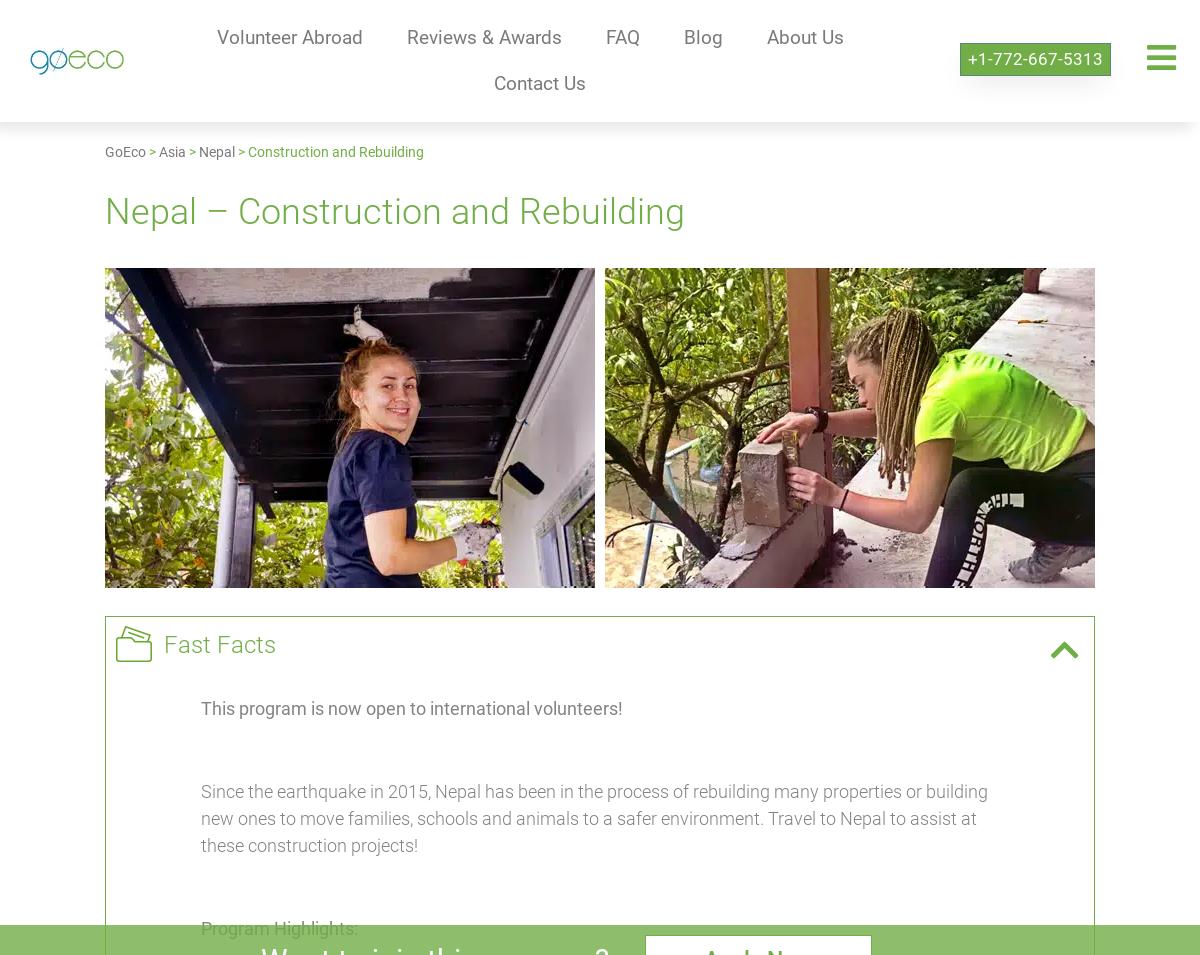  What do you see at coordinates (171, 151) in the screenshot?
I see `'Asia'` at bounding box center [171, 151].